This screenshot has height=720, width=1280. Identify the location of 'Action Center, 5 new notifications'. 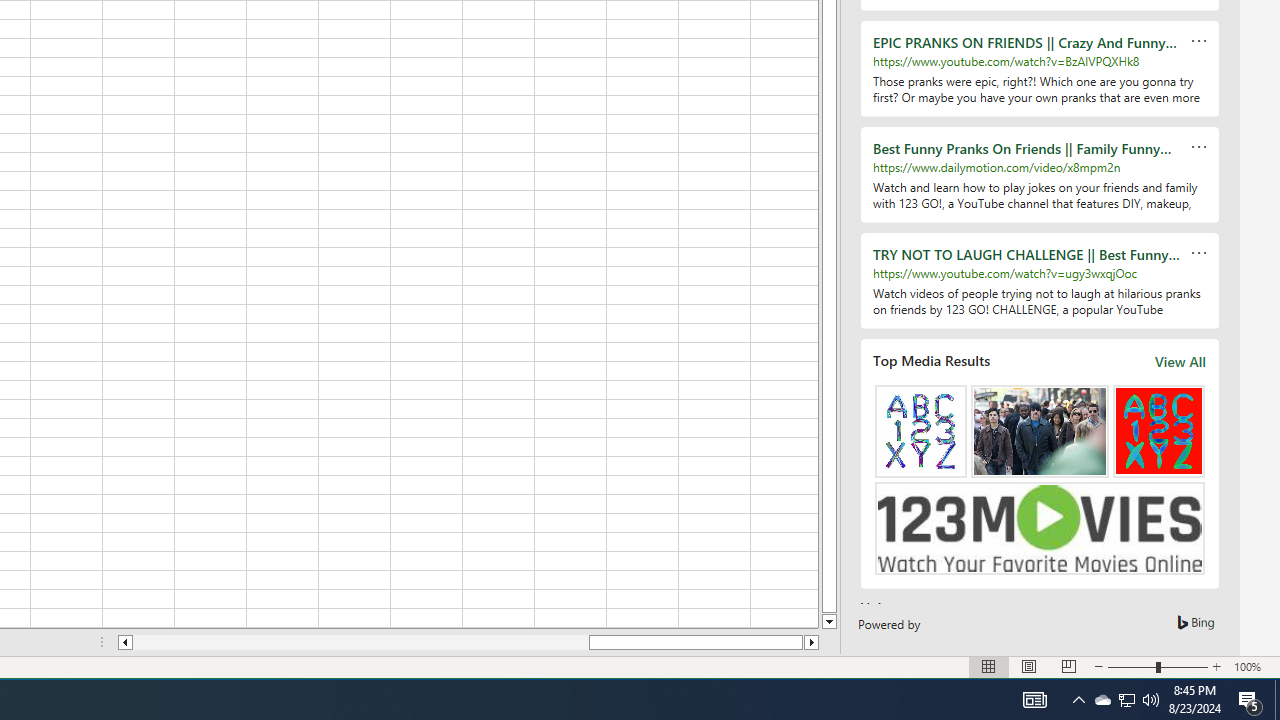
(1250, 698).